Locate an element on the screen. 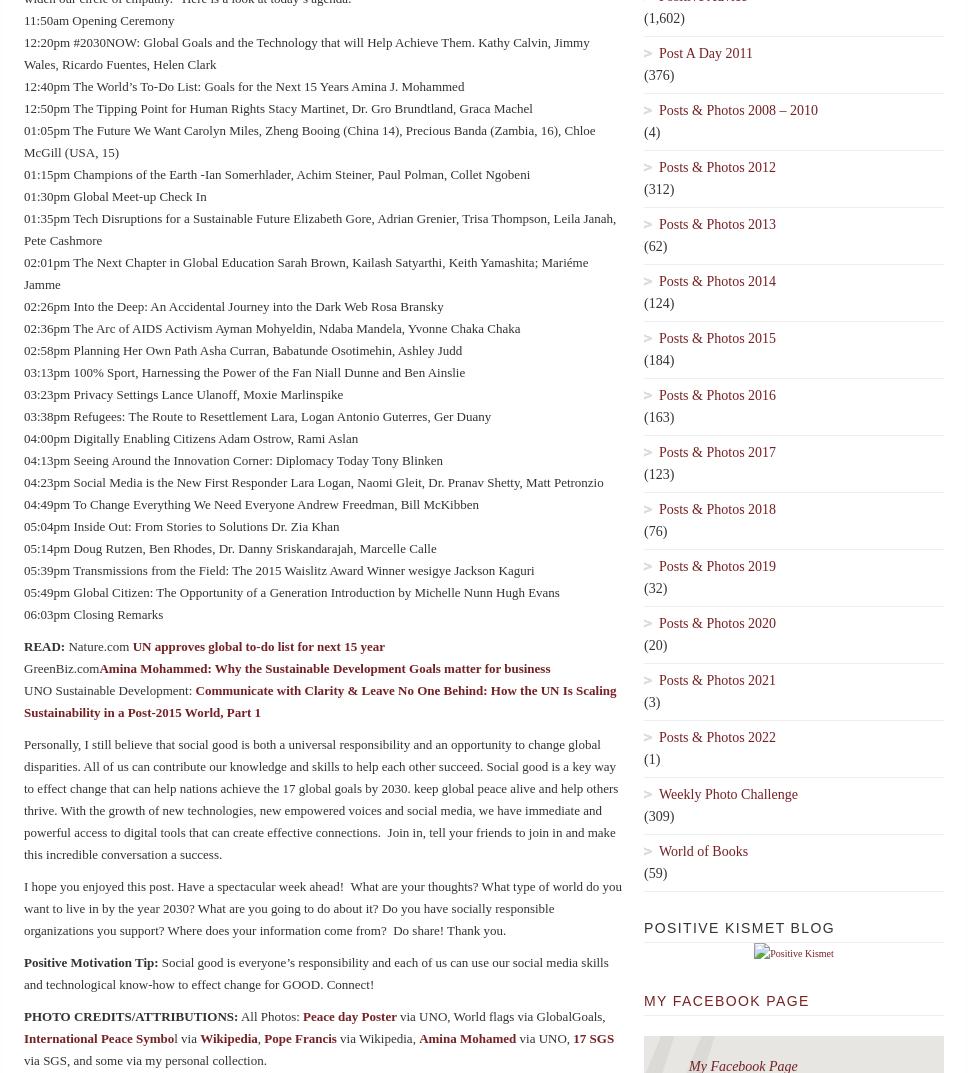 The image size is (968, 1073). 'Posts & Photos 2018' is located at coordinates (716, 508).